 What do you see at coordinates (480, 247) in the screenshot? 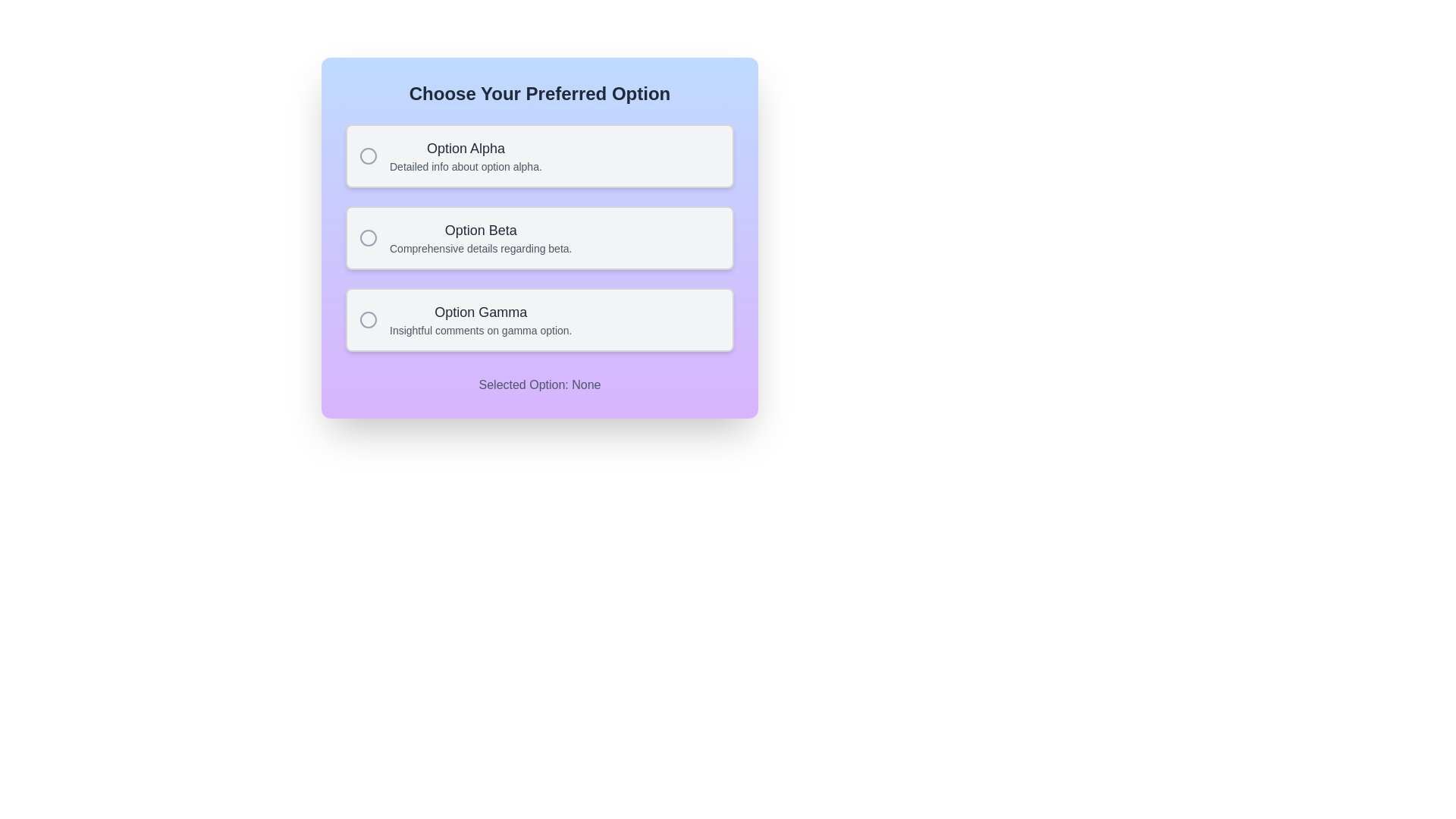
I see `text element displaying 'Comprehensive details regarding beta.' located beneath the 'Option Beta' label in the second option panel` at bounding box center [480, 247].